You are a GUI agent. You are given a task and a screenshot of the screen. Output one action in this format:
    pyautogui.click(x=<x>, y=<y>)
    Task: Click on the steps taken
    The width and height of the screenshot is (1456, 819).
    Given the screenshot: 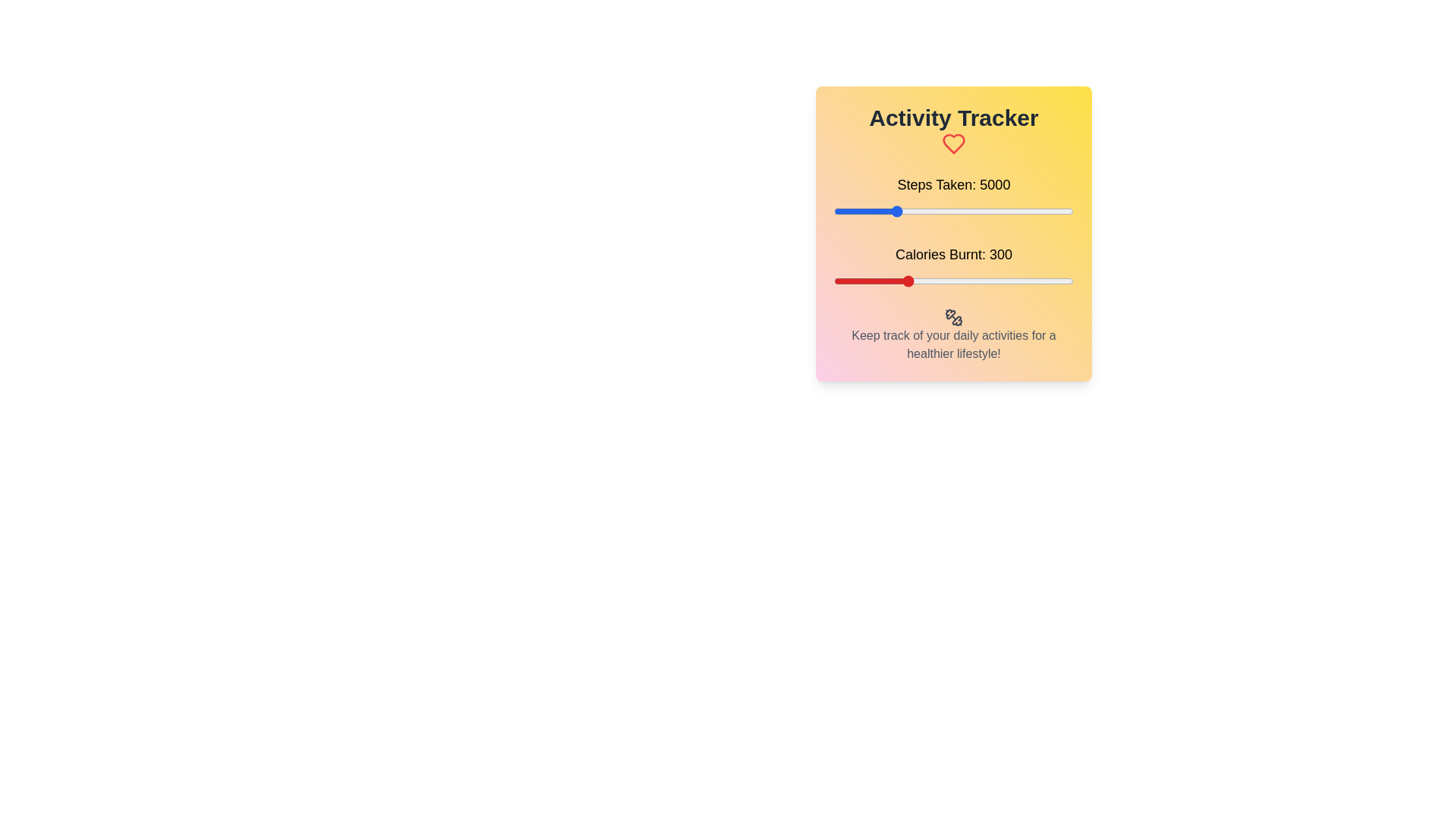 What is the action you would take?
    pyautogui.click(x=902, y=211)
    